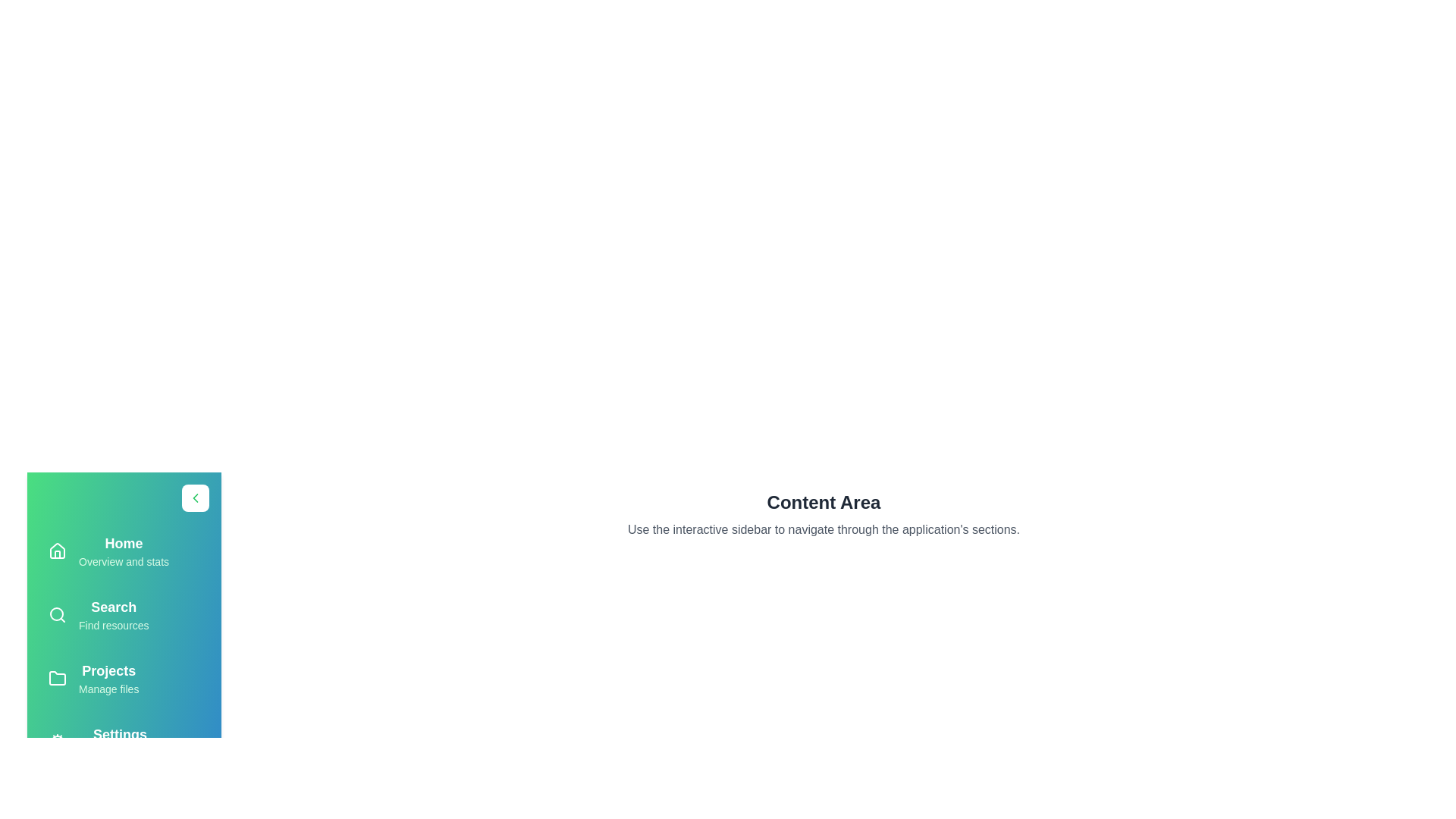  I want to click on the menu item Projects to highlight it, so click(124, 677).